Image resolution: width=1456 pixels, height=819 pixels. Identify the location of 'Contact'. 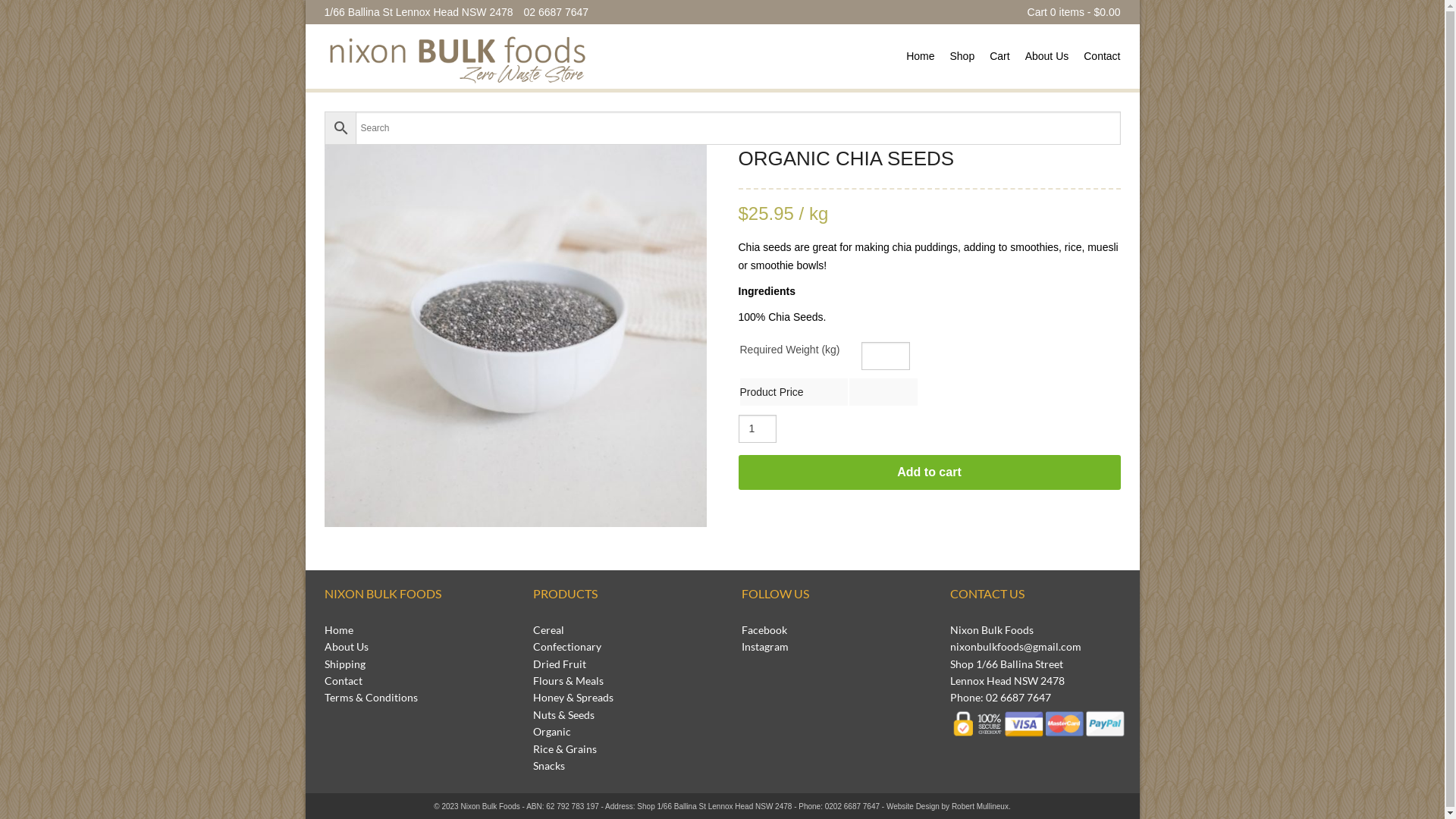
(1075, 55).